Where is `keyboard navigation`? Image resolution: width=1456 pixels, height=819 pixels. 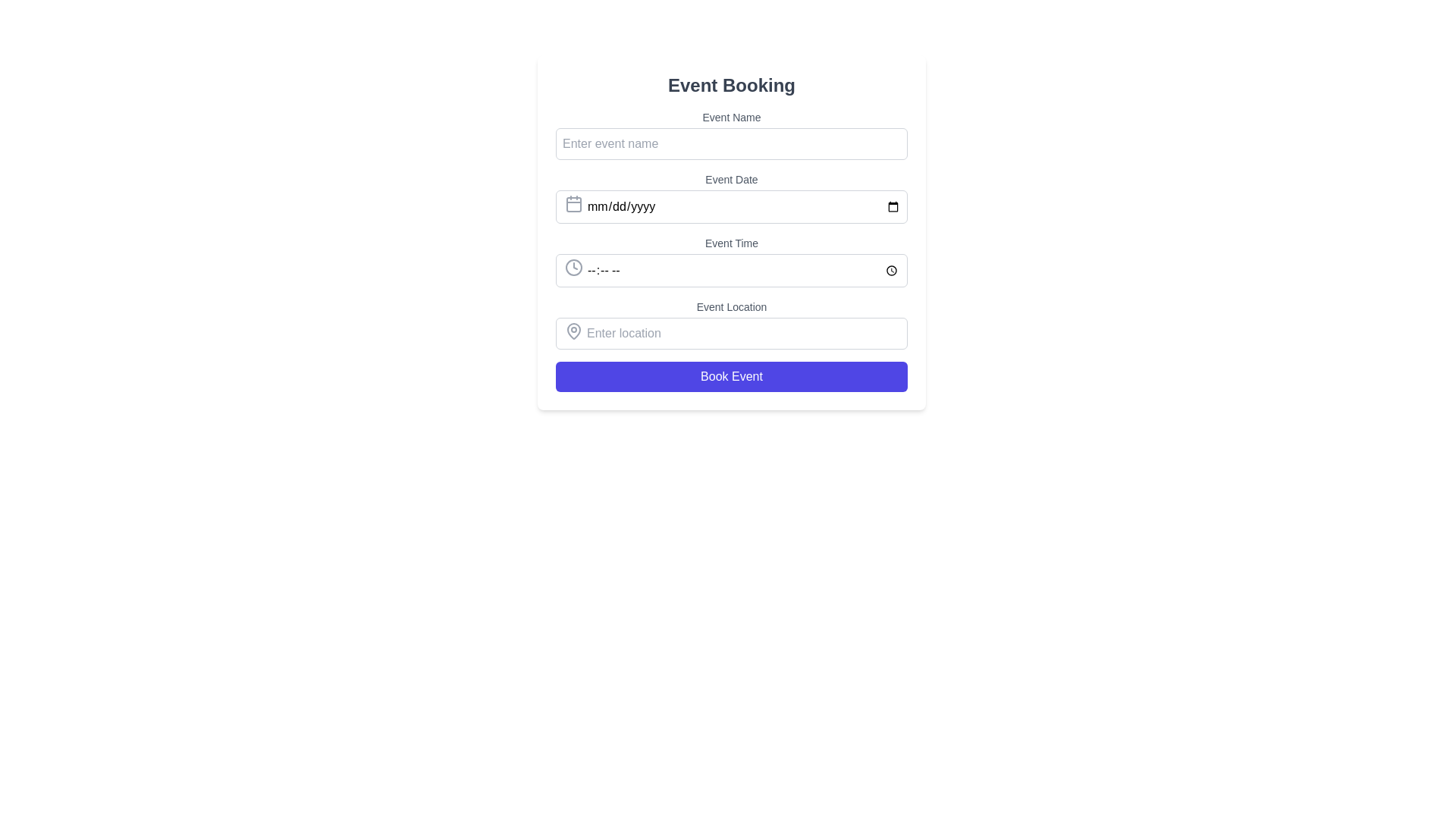 keyboard navigation is located at coordinates (731, 270).